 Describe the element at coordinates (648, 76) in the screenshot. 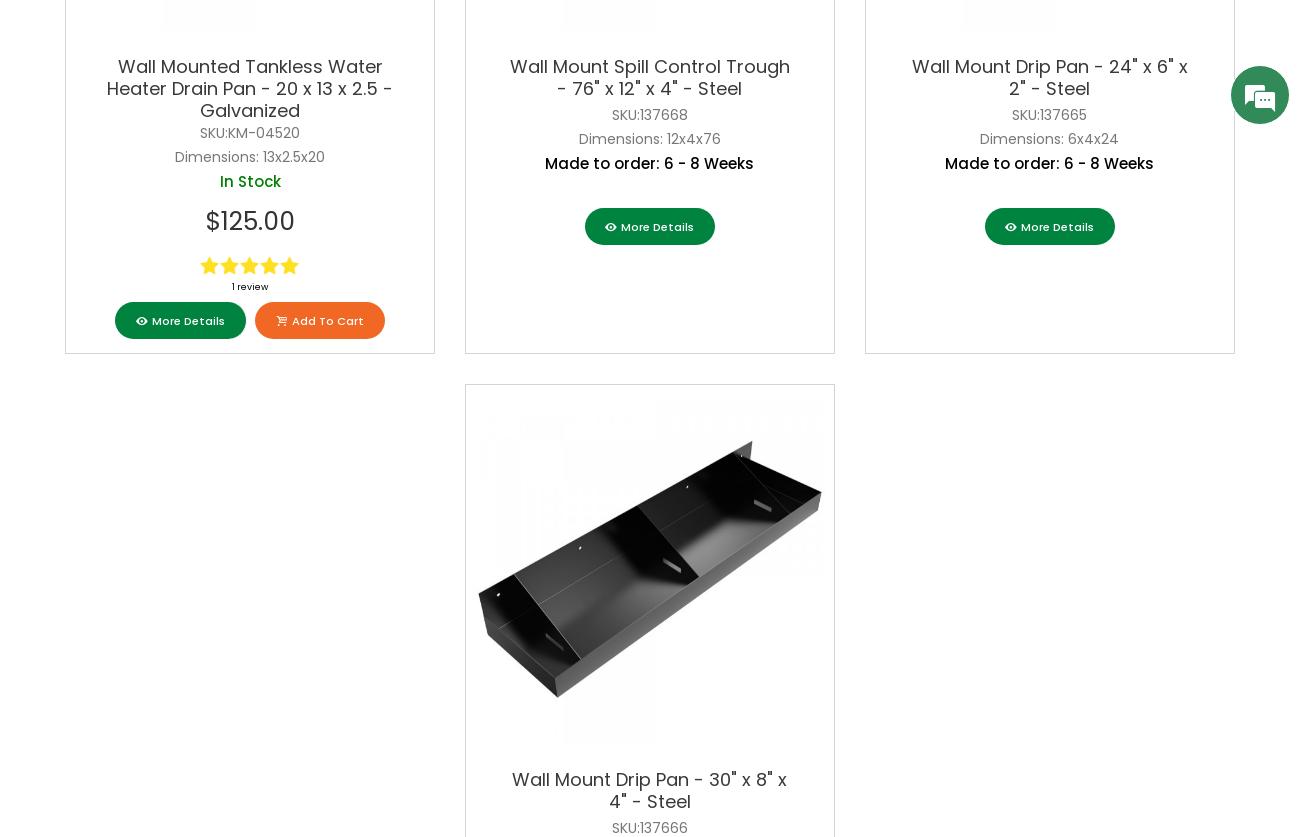

I see `'Wall Mount Spill Control Trough - 76" x 12" x 4" - Steel'` at that location.